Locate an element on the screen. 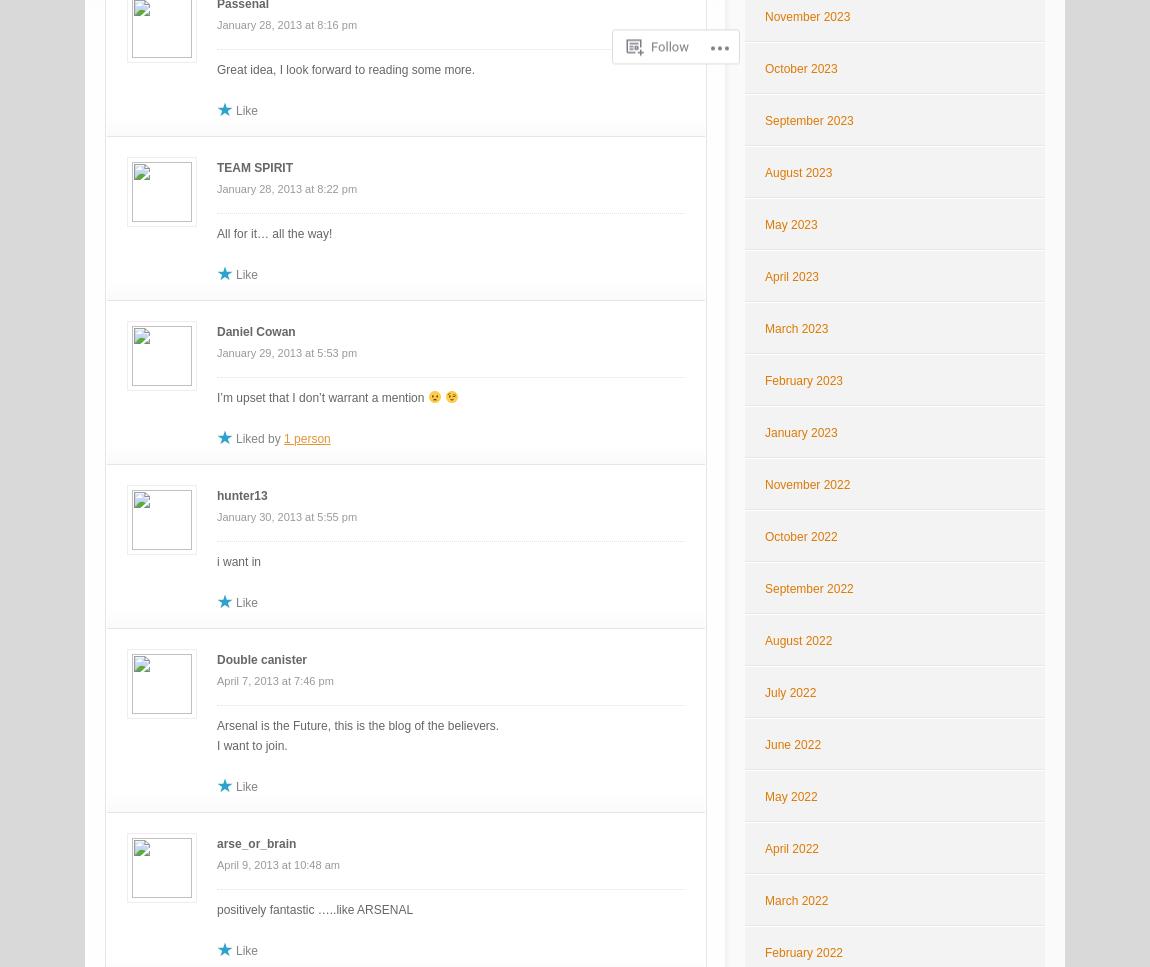 The image size is (1150, 967). 'August 2022' is located at coordinates (797, 640).